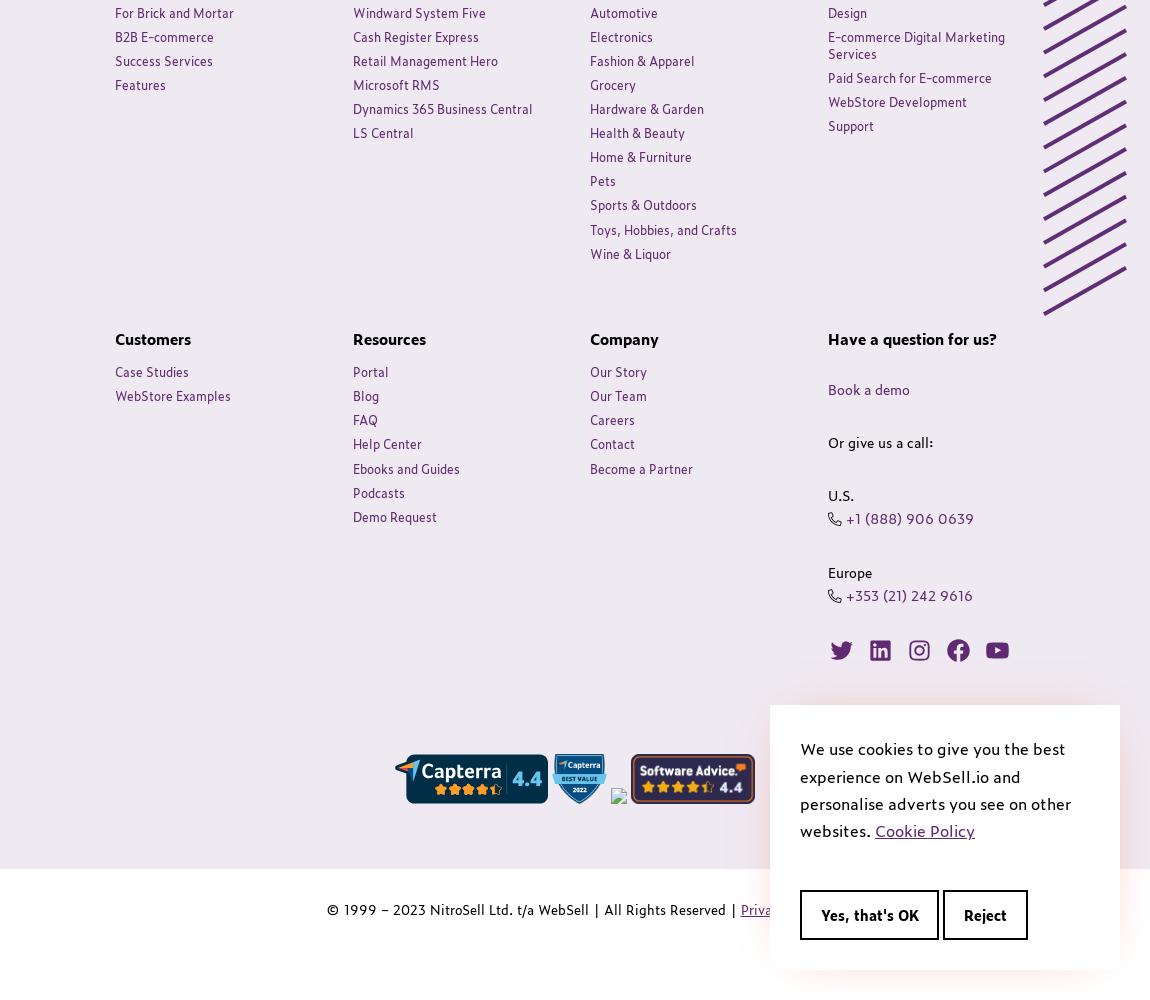 The height and width of the screenshot is (1000, 1150). I want to click on 'Our Story', so click(617, 370).